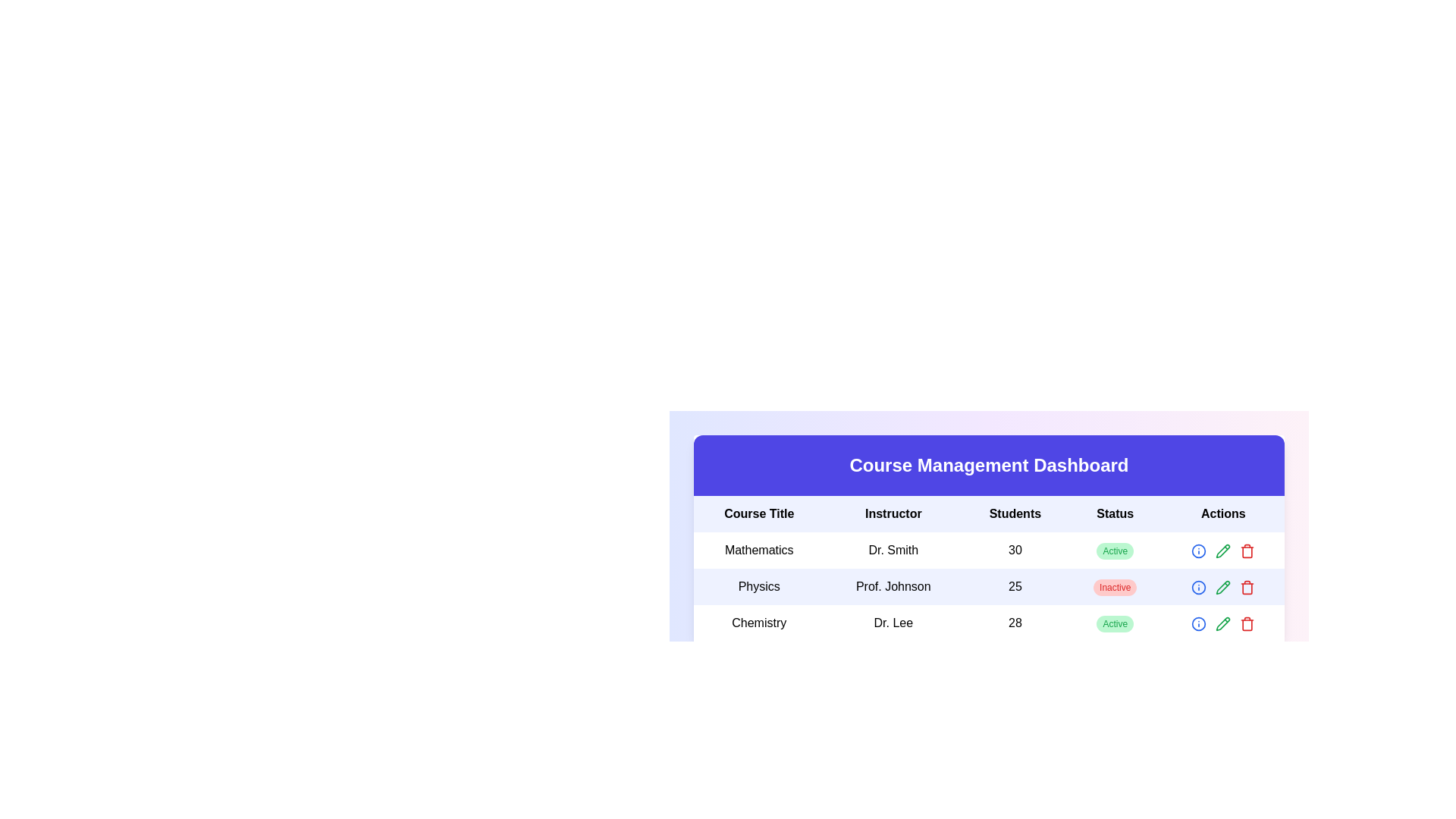 The image size is (1456, 819). I want to click on the green pencil icon in the 'Actions' column of the second row, which represents the edit action for the row labeled 'Physics' with instructor 'Prof. Johnson', so click(1223, 550).